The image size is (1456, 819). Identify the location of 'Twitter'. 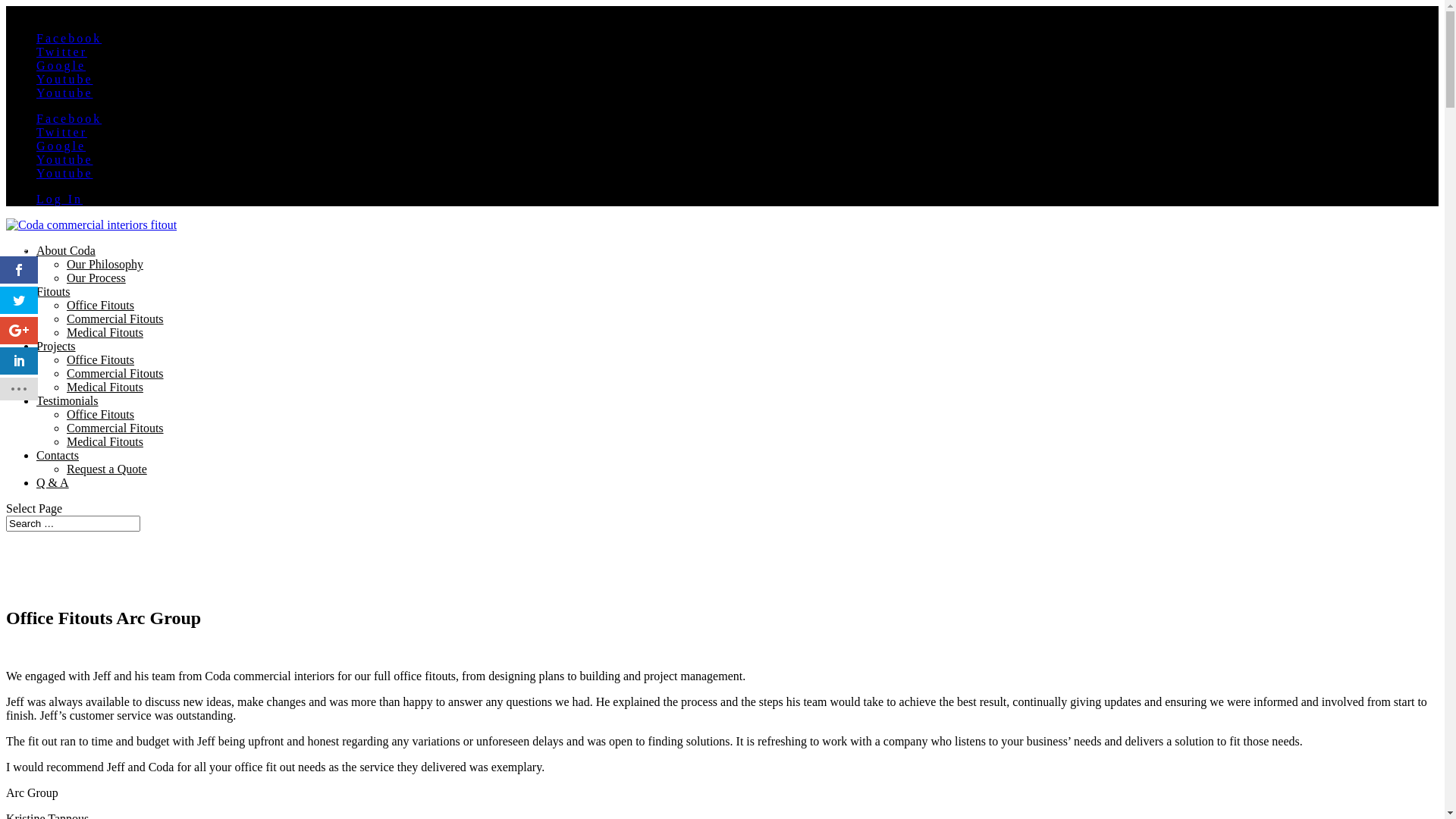
(61, 51).